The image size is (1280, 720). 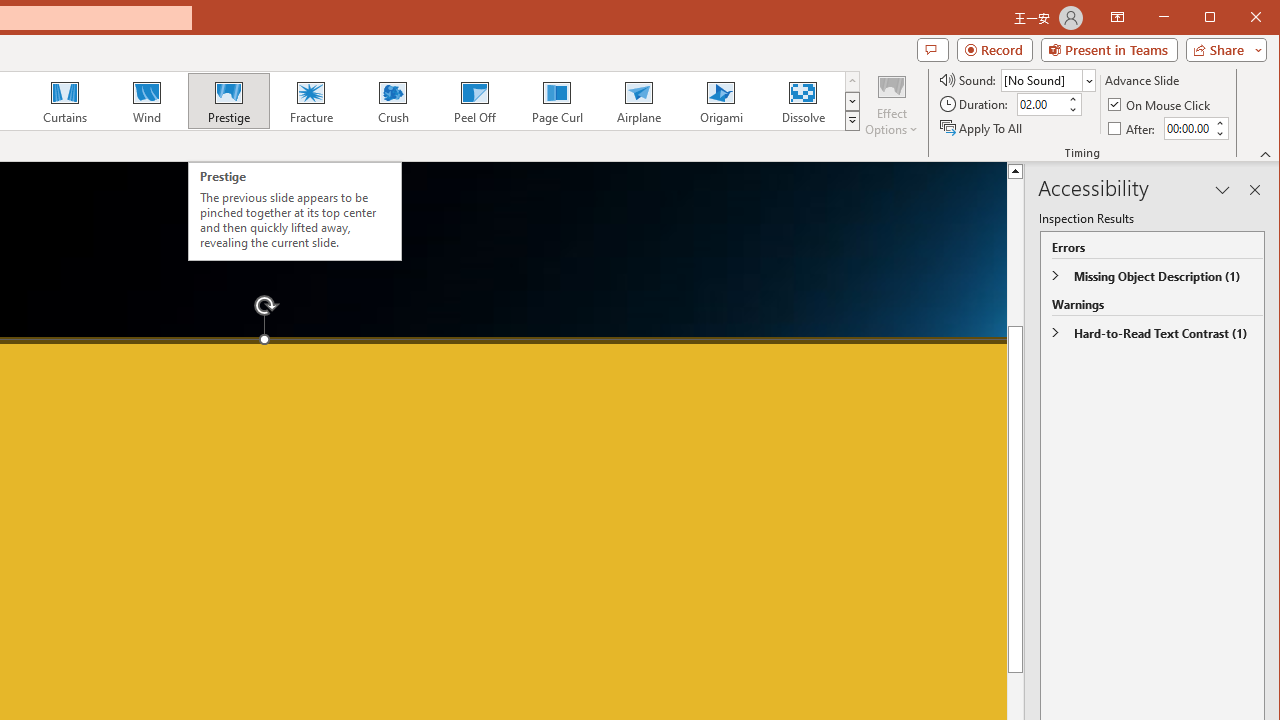 What do you see at coordinates (1160, 104) in the screenshot?
I see `'On Mouse Click'` at bounding box center [1160, 104].